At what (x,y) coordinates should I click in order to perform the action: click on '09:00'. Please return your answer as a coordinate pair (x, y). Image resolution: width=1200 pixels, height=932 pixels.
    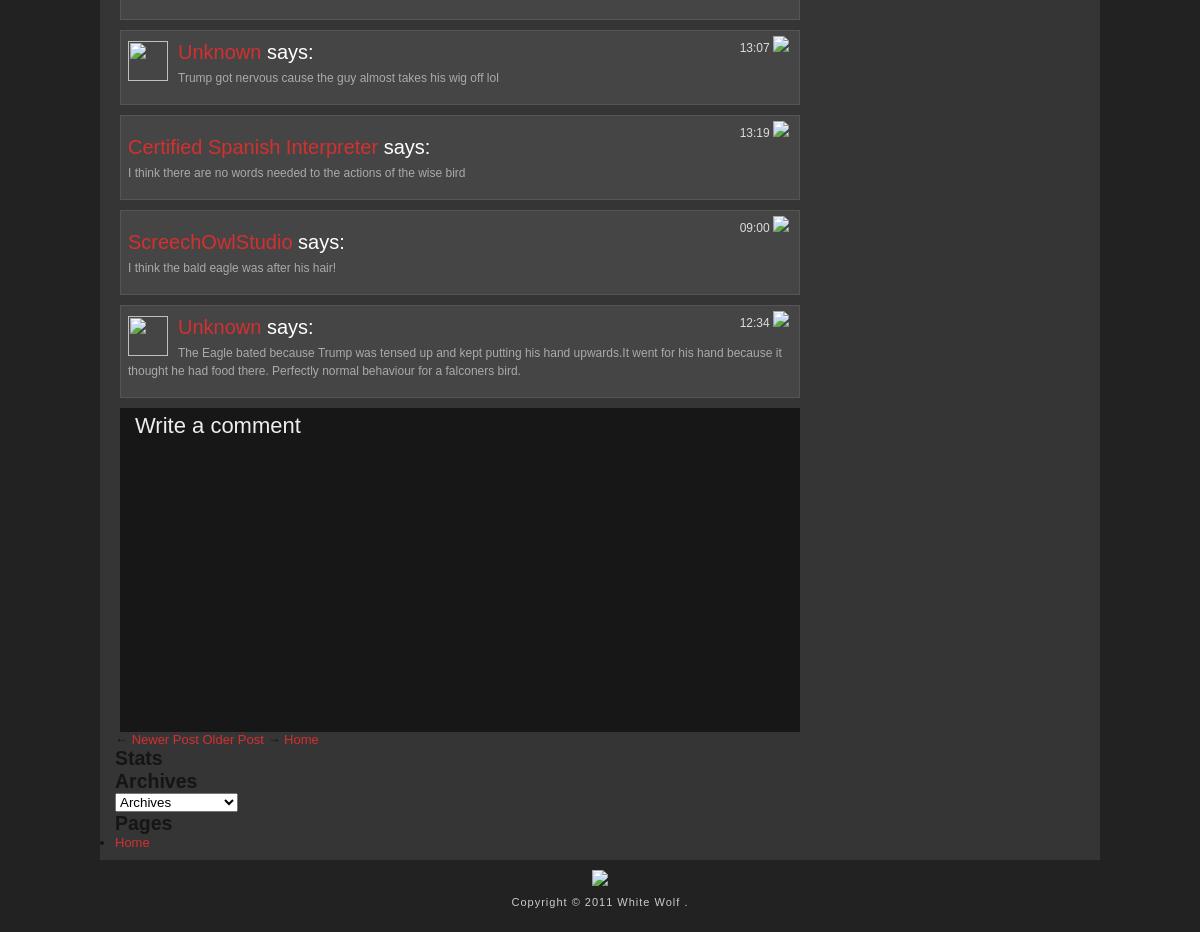
    Looking at the image, I should click on (755, 227).